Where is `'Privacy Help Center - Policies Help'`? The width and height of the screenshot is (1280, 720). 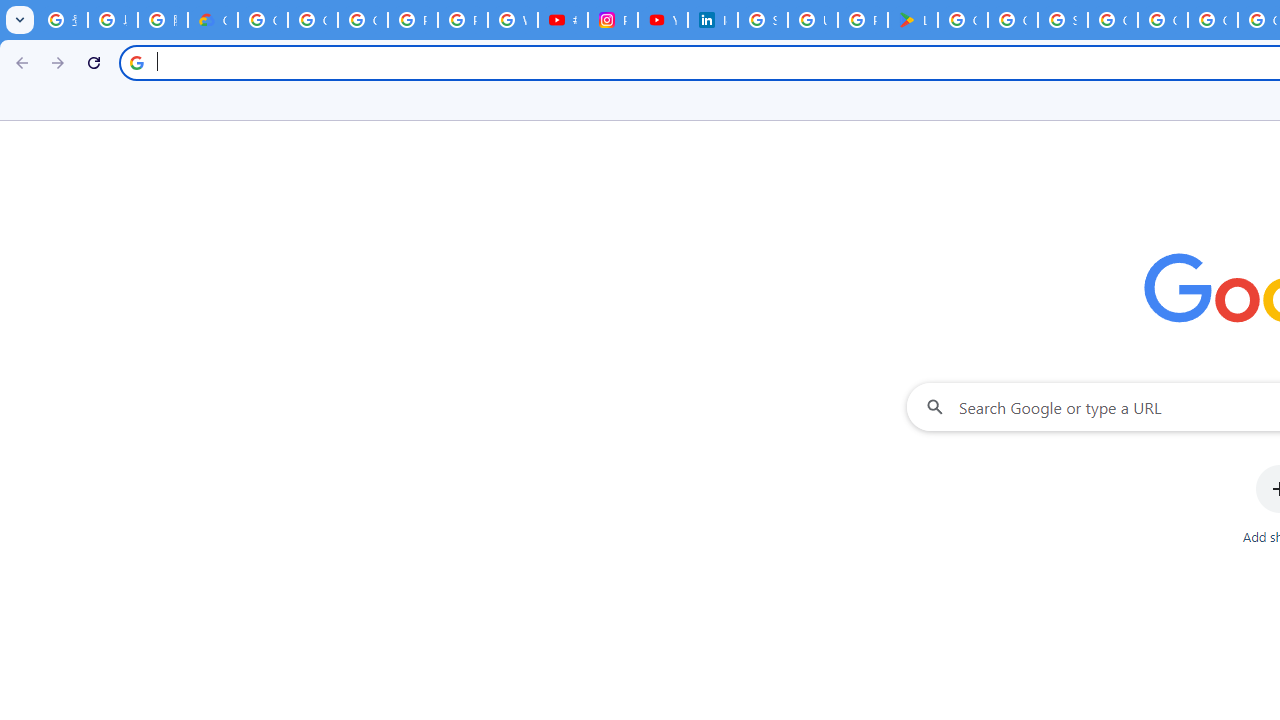 'Privacy Help Center - Policies Help' is located at coordinates (411, 20).